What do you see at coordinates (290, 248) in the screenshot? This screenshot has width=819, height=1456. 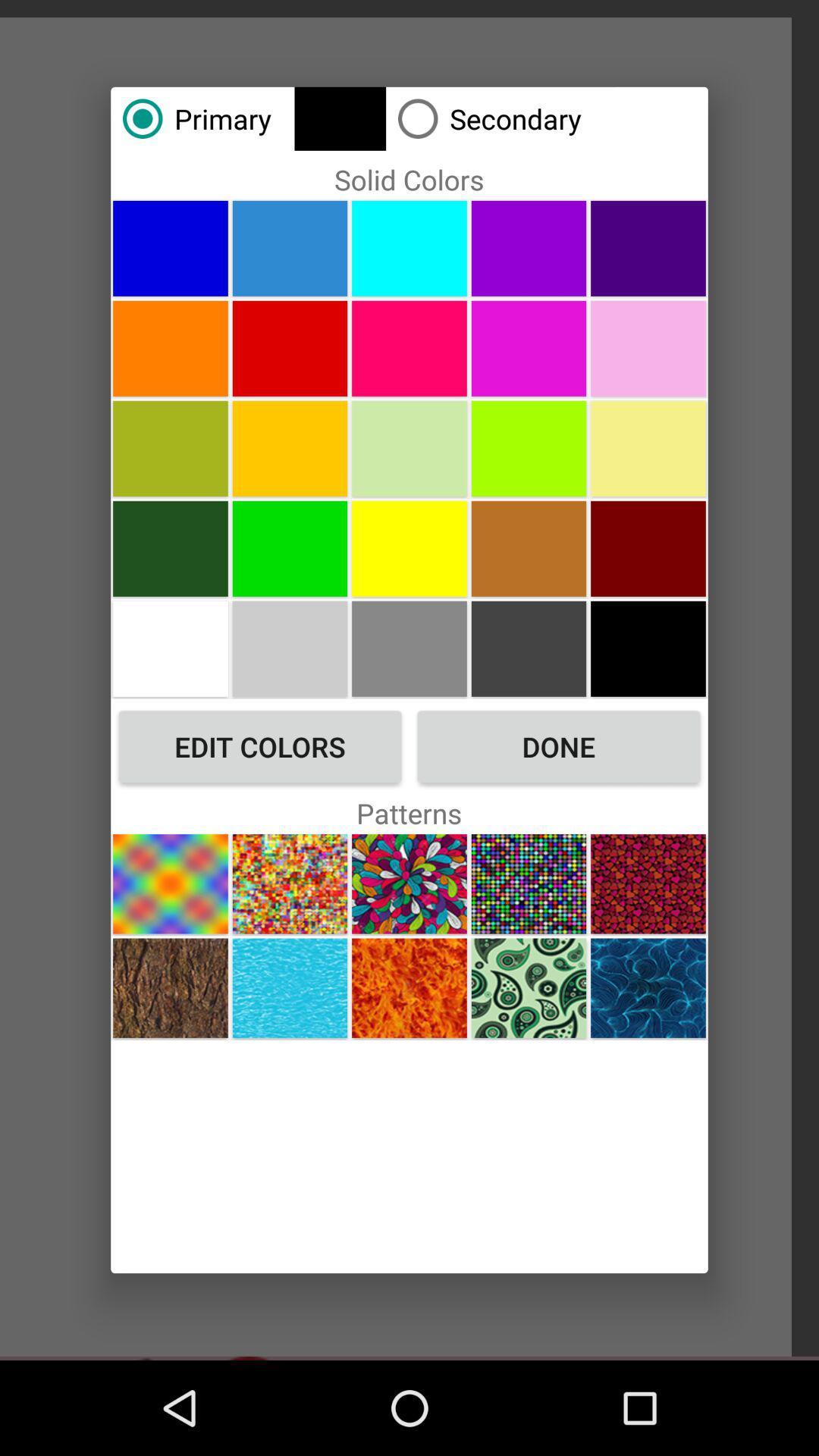 I see `item below solid colors item` at bounding box center [290, 248].